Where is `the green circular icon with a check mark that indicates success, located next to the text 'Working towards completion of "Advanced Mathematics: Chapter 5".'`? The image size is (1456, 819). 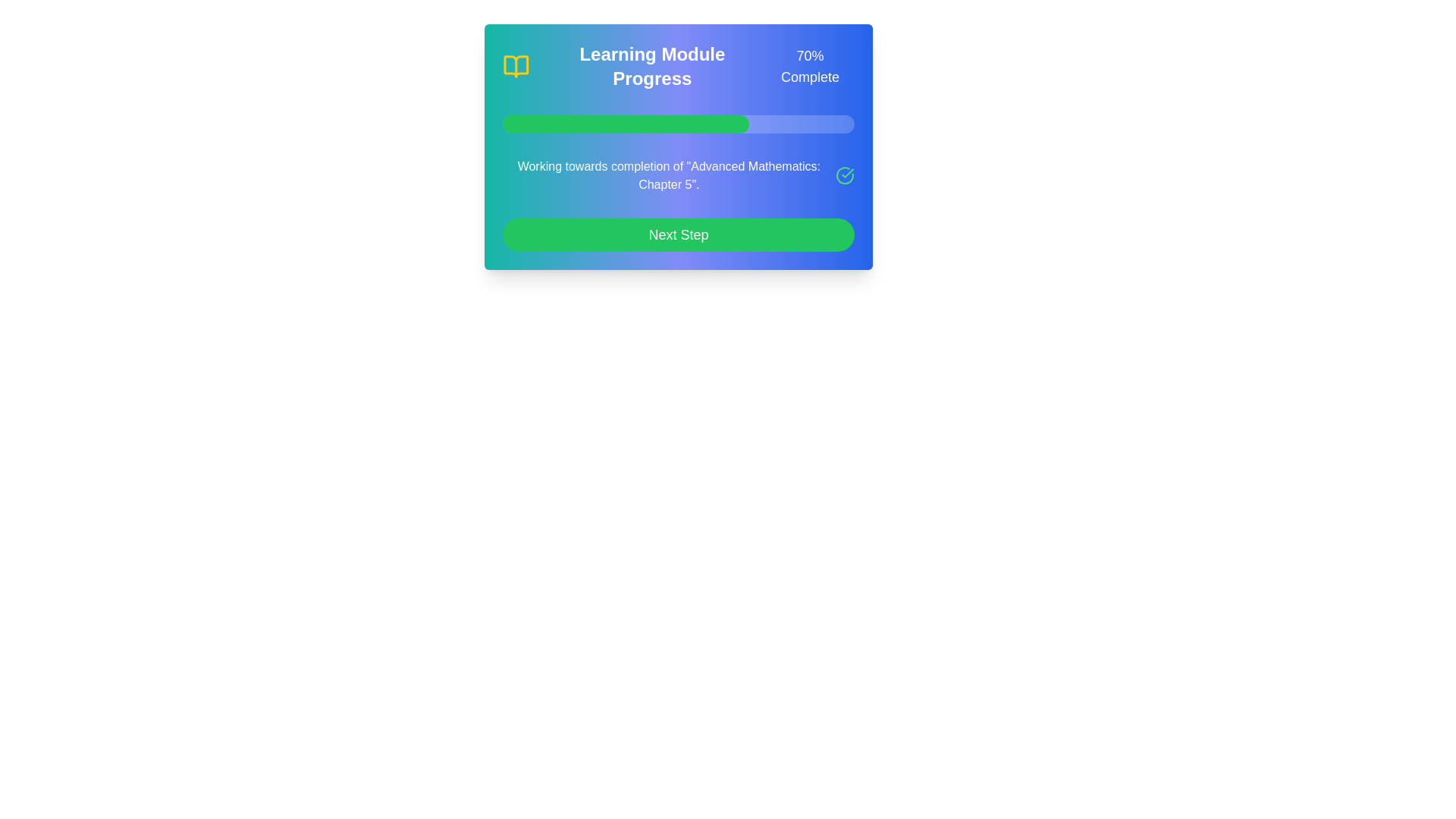 the green circular icon with a check mark that indicates success, located next to the text 'Working towards completion of "Advanced Mathematics: Chapter 5".' is located at coordinates (844, 174).